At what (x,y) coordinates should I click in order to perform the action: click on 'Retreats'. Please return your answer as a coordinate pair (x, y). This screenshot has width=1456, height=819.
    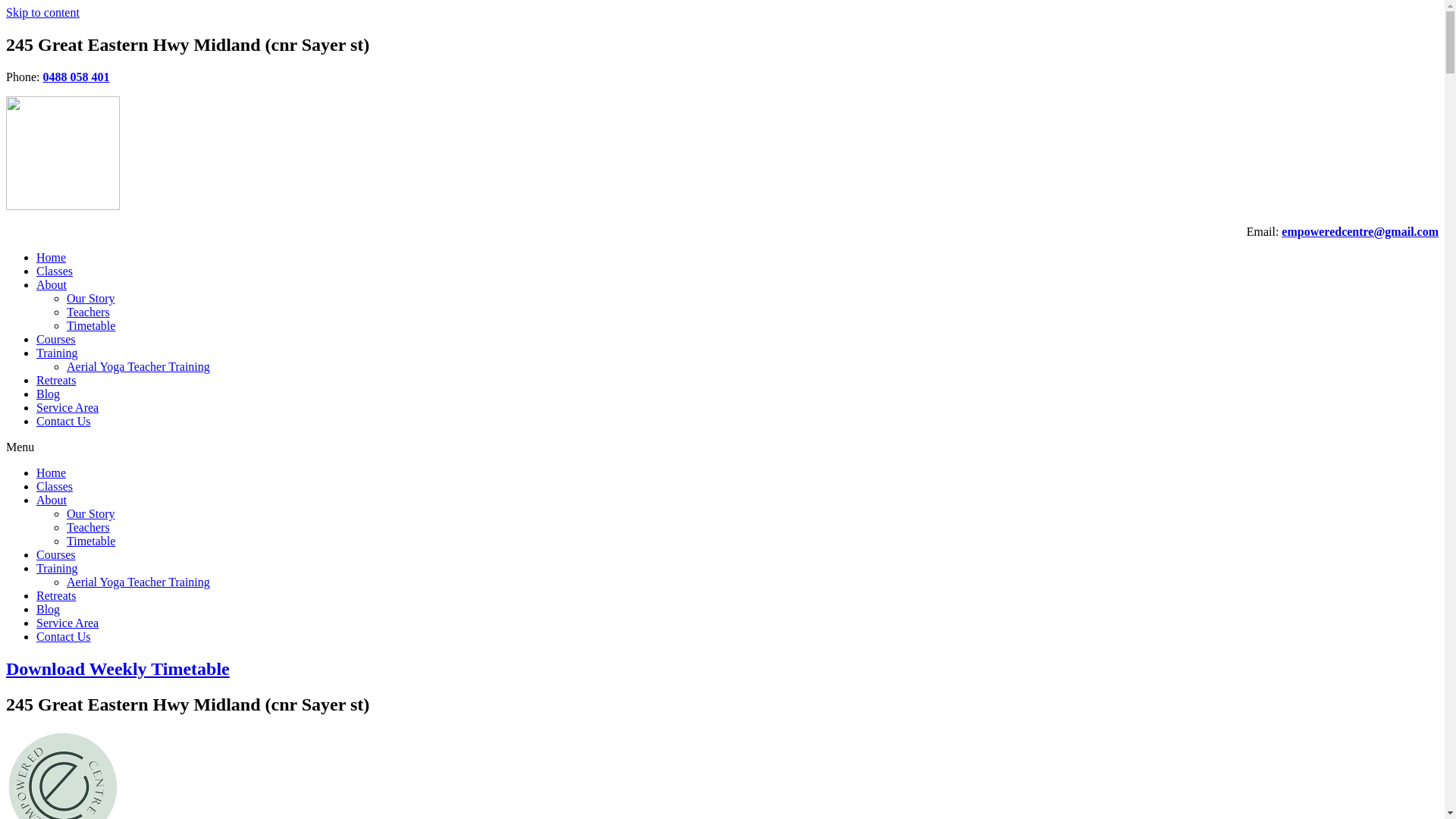
    Looking at the image, I should click on (55, 595).